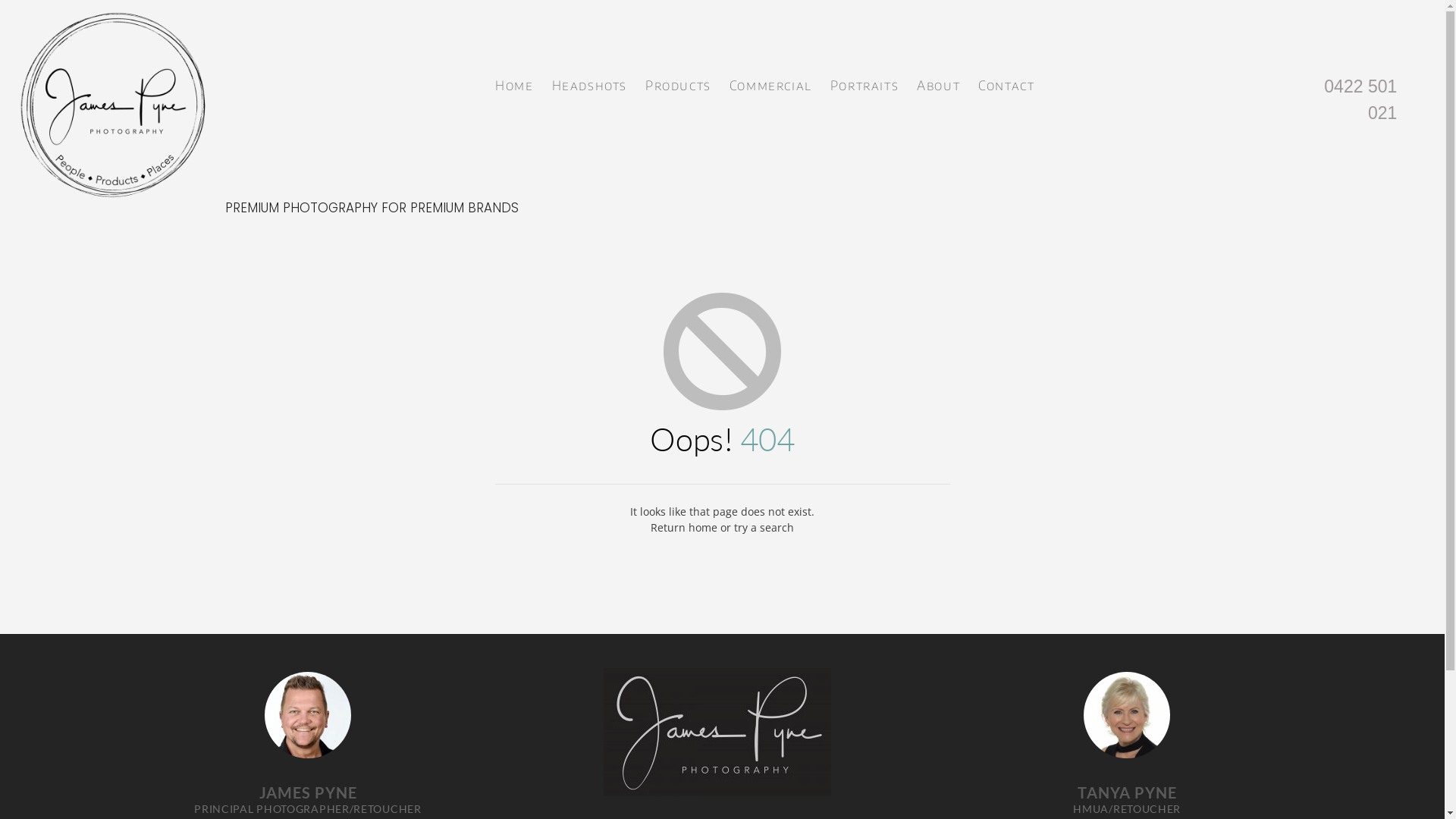  Describe the element at coordinates (1006, 82) in the screenshot. I see `'Contact'` at that location.